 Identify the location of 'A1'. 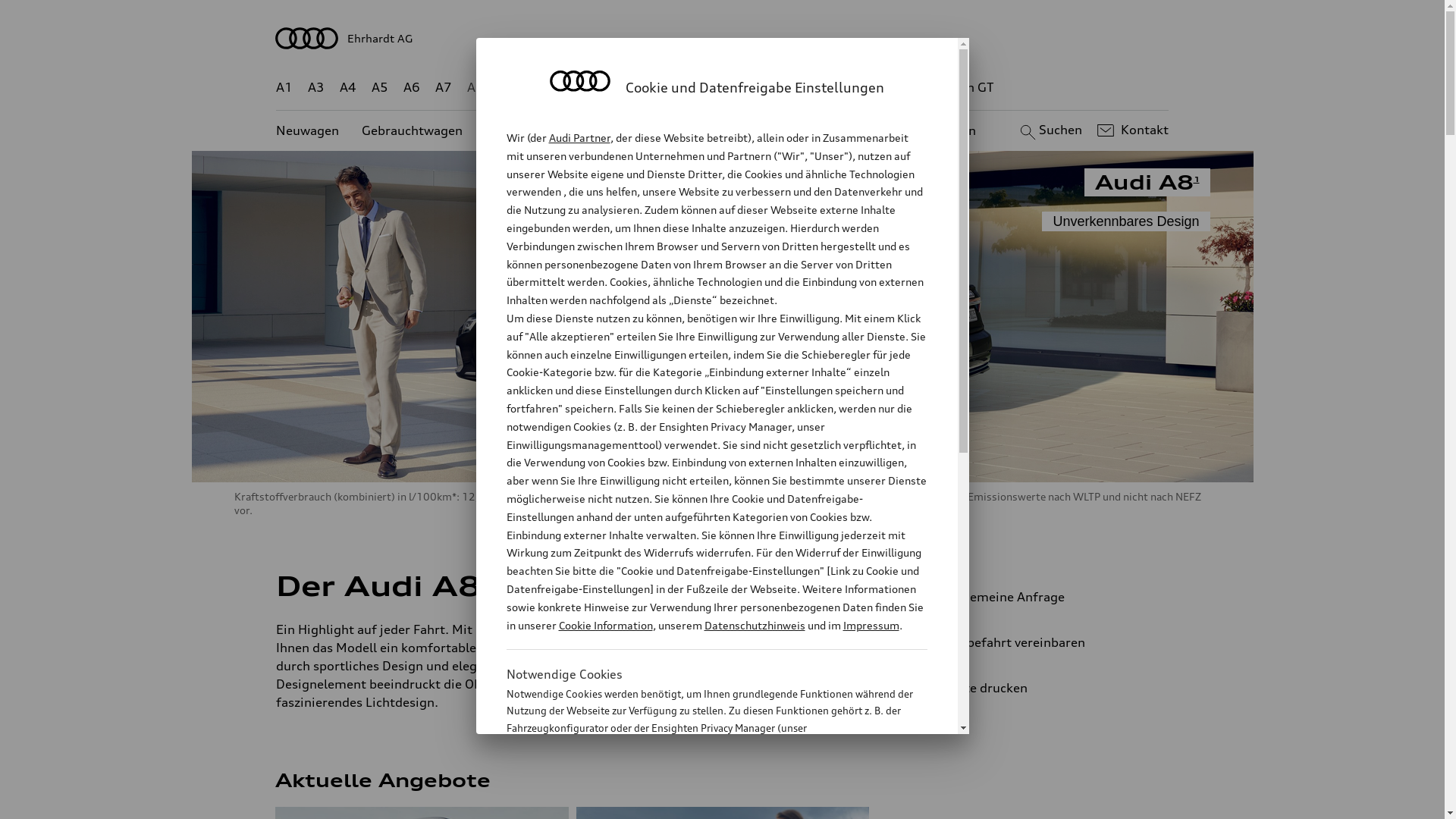
(284, 87).